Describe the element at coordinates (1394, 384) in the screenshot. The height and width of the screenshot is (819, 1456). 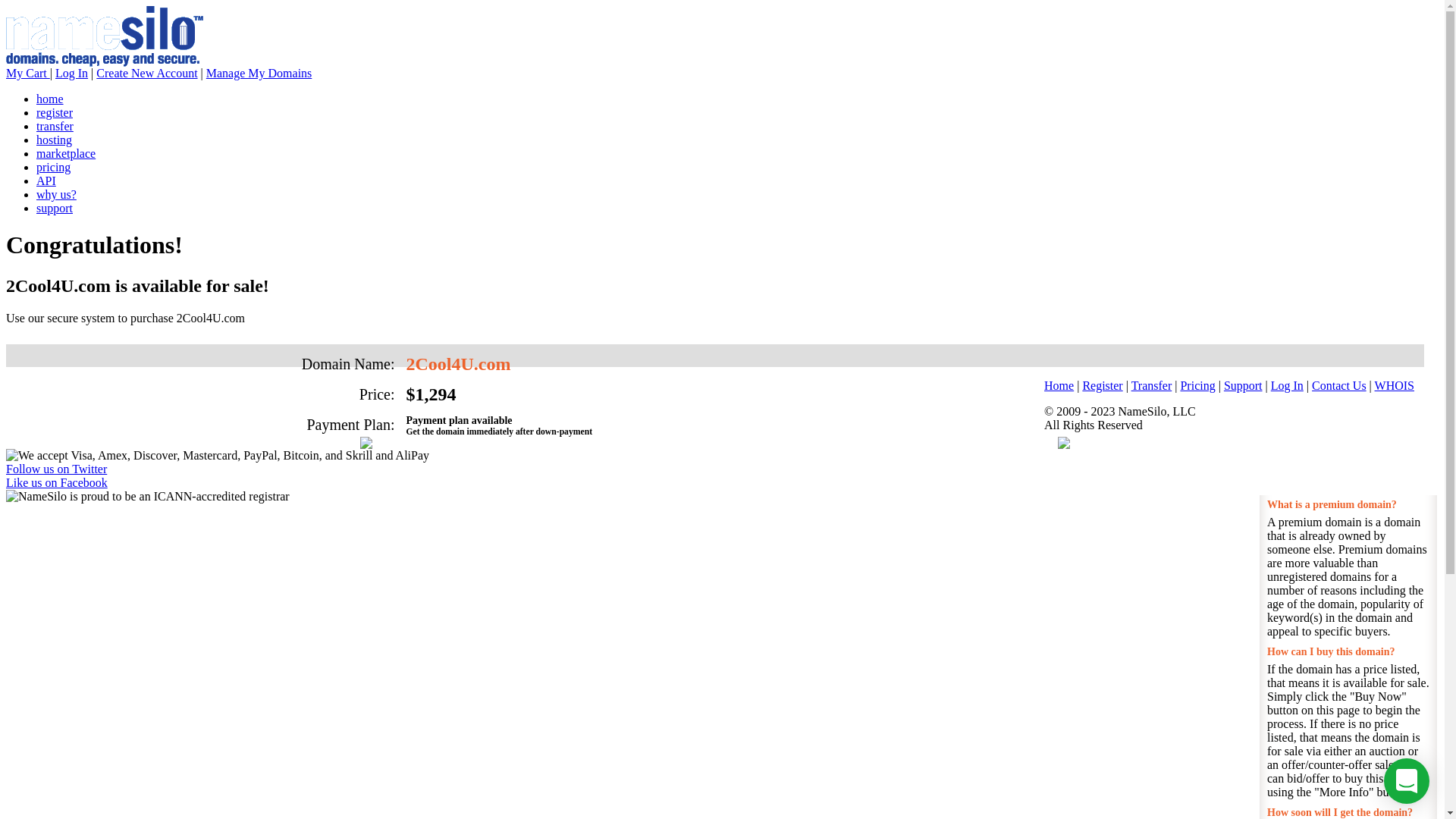
I see `'WHOIS'` at that location.